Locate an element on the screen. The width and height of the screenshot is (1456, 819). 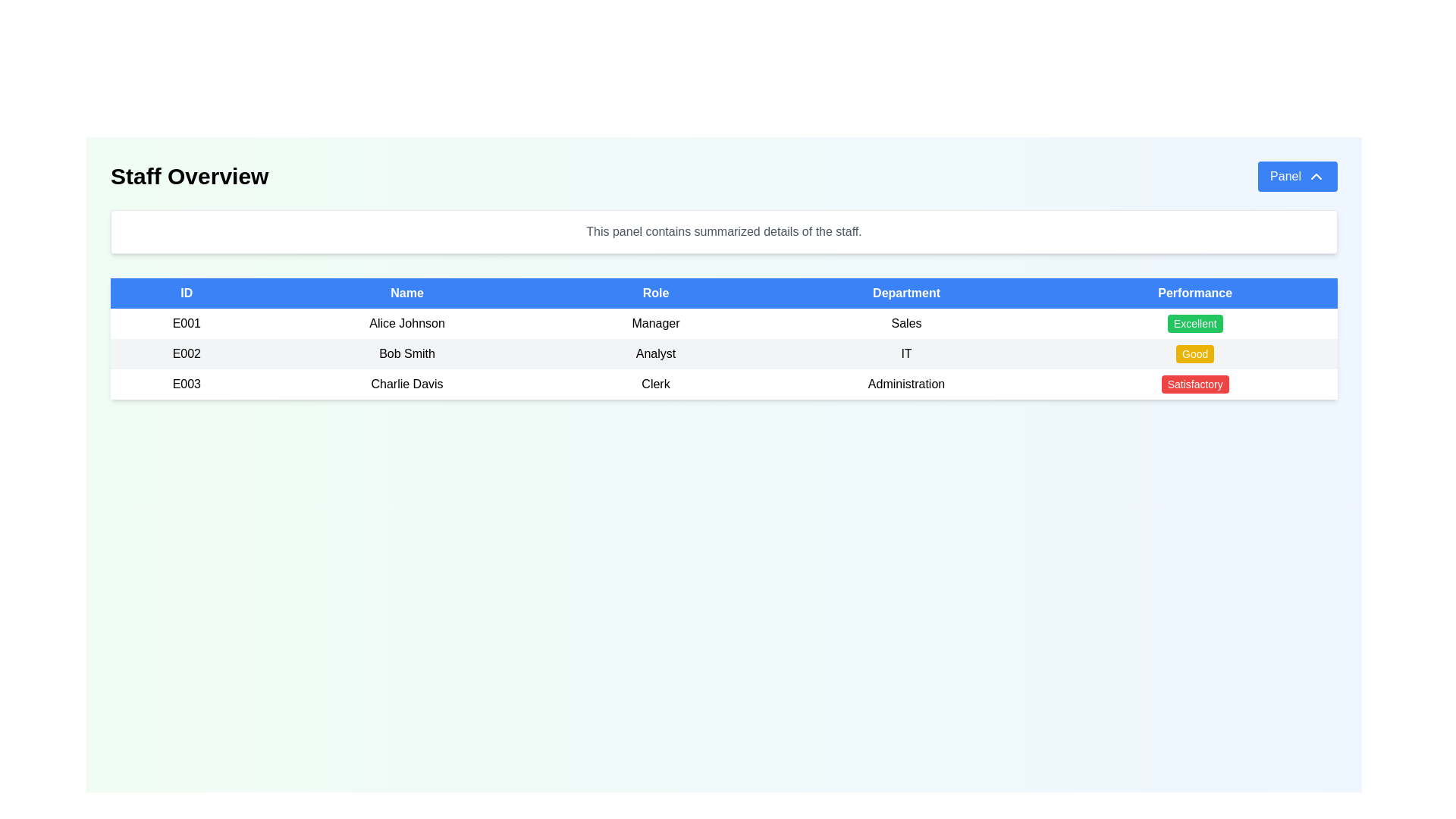
the text label identifier in the second row of the table under the 'ID' column, which is associated with 'Bob Smith' is located at coordinates (186, 353).